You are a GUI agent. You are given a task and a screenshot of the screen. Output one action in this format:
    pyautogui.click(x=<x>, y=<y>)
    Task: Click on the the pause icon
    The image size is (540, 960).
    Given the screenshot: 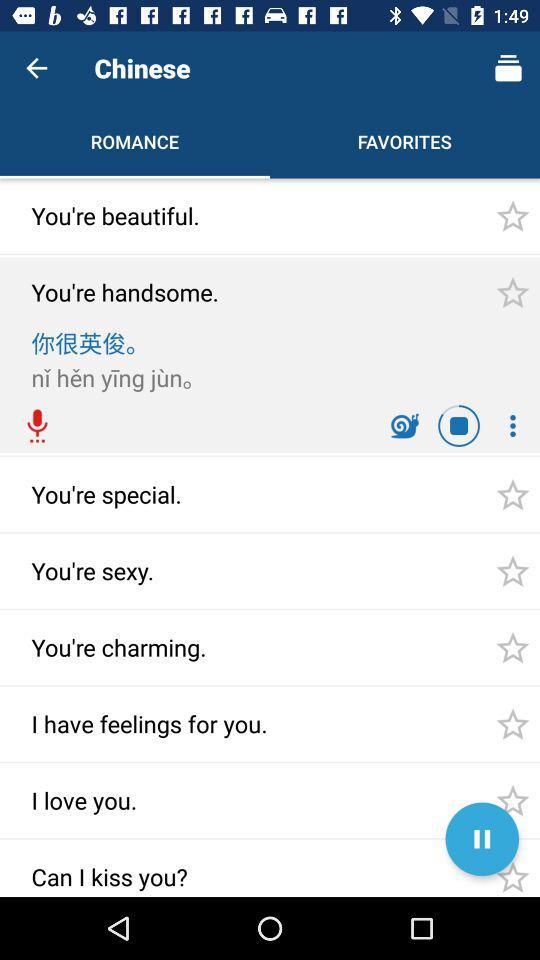 What is the action you would take?
    pyautogui.click(x=481, y=839)
    